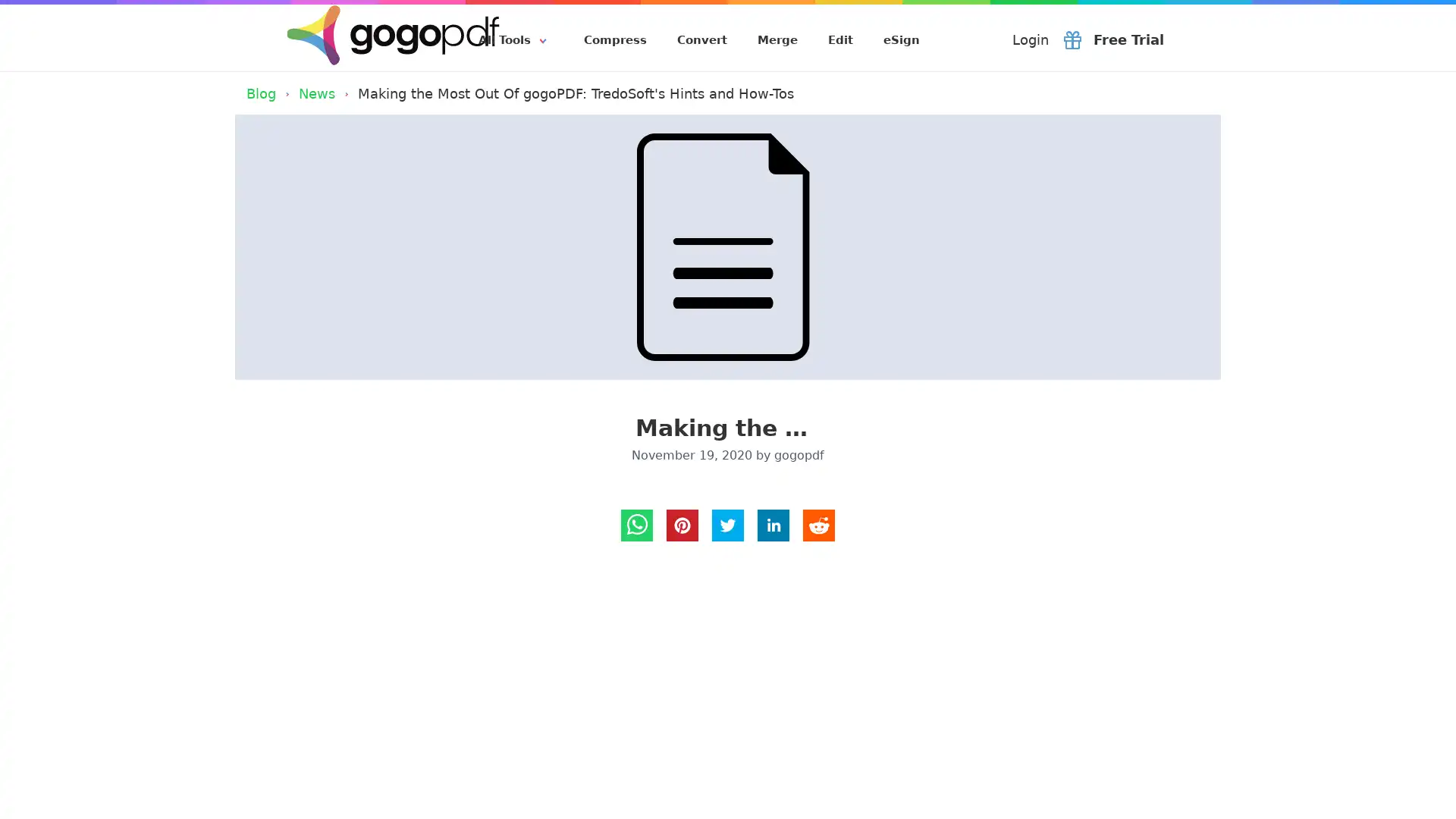  I want to click on Twitter, so click(728, 525).